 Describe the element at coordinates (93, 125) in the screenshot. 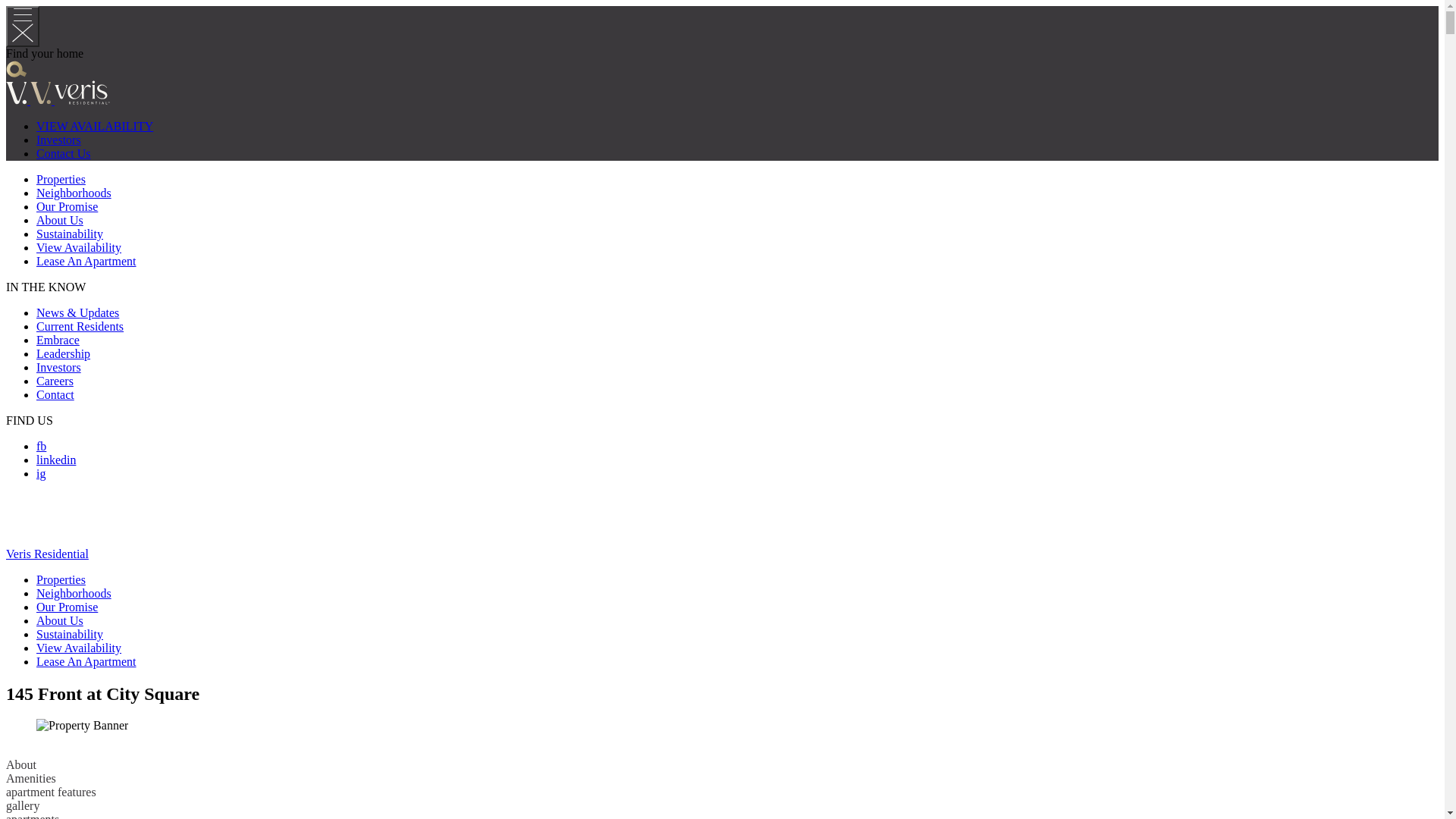

I see `'VIEW AVAILABILITY'` at that location.